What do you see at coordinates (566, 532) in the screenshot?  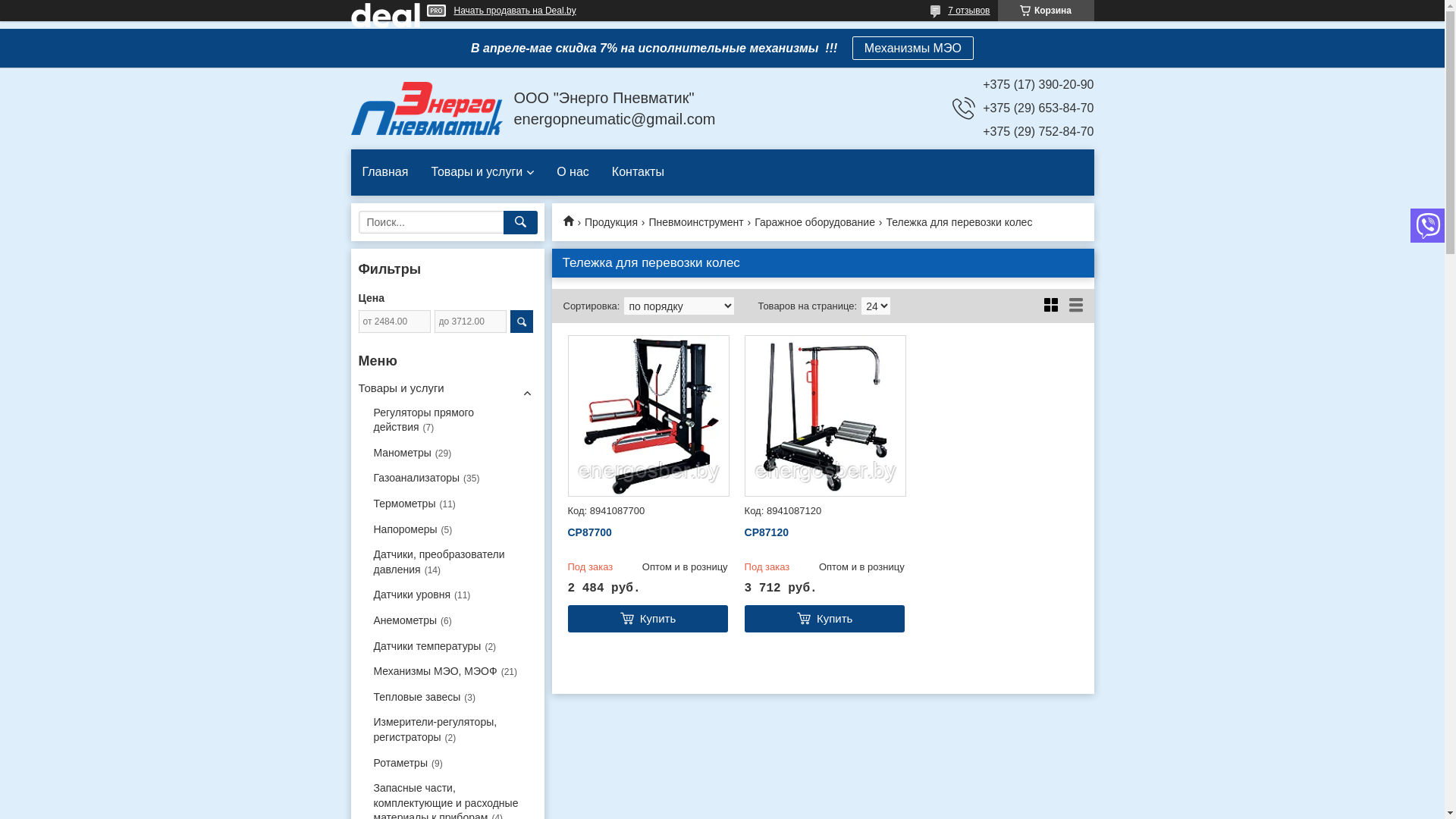 I see `'CP87700'` at bounding box center [566, 532].